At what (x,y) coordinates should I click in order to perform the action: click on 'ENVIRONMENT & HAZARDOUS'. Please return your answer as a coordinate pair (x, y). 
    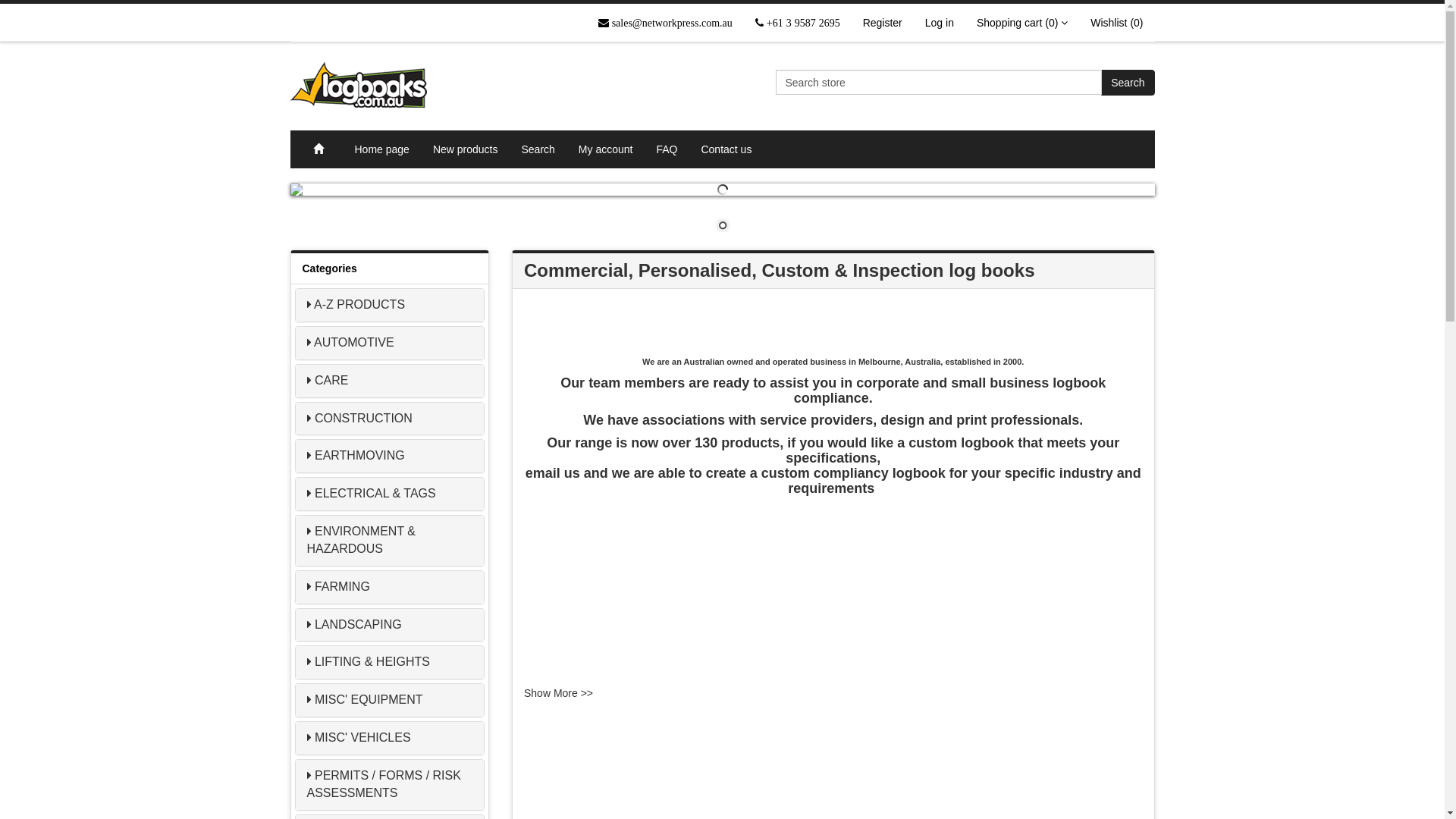
    Looking at the image, I should click on (359, 539).